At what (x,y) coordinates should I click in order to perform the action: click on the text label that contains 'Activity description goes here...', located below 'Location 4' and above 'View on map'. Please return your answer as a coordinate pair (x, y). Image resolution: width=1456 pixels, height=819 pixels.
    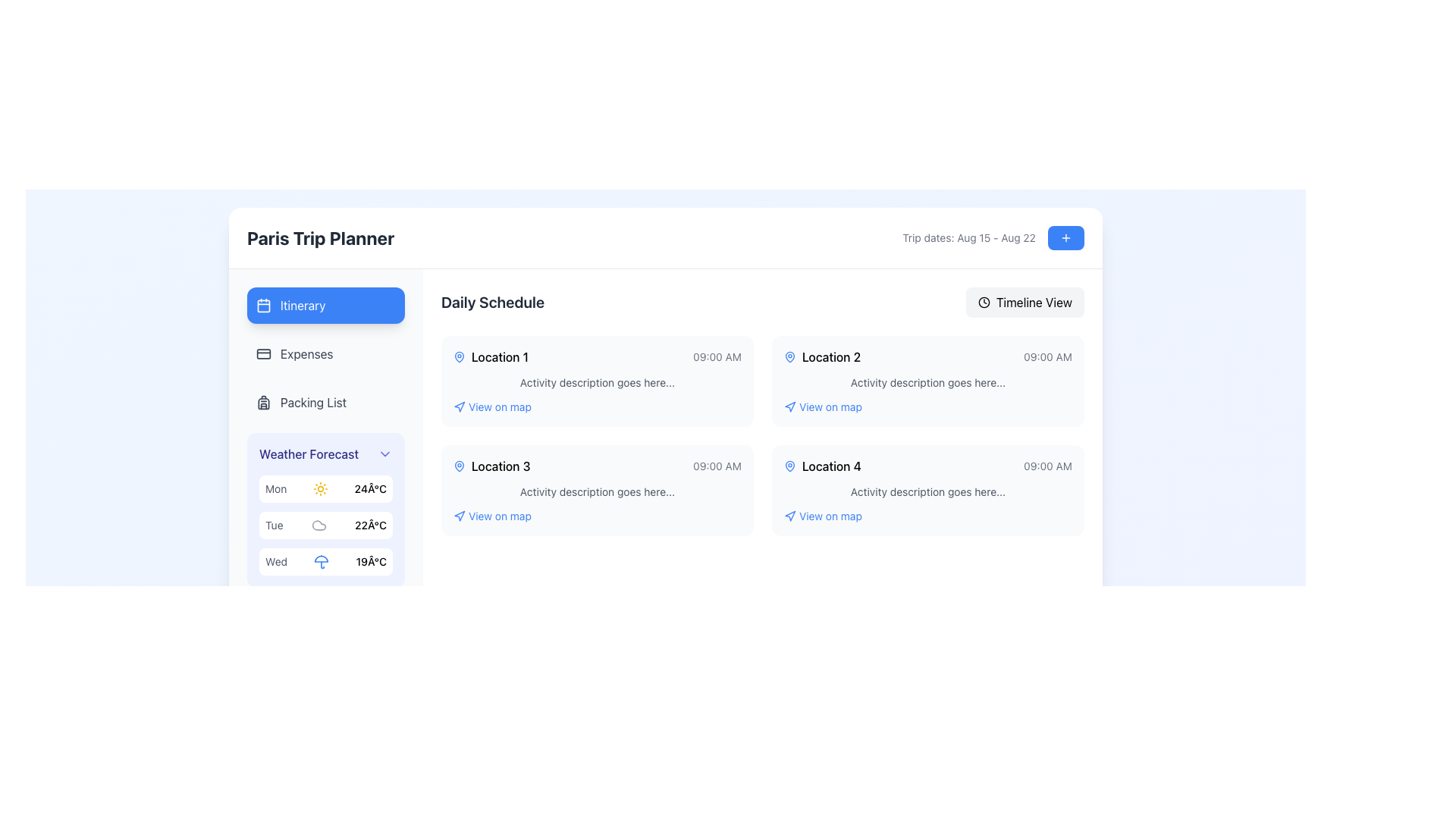
    Looking at the image, I should click on (927, 491).